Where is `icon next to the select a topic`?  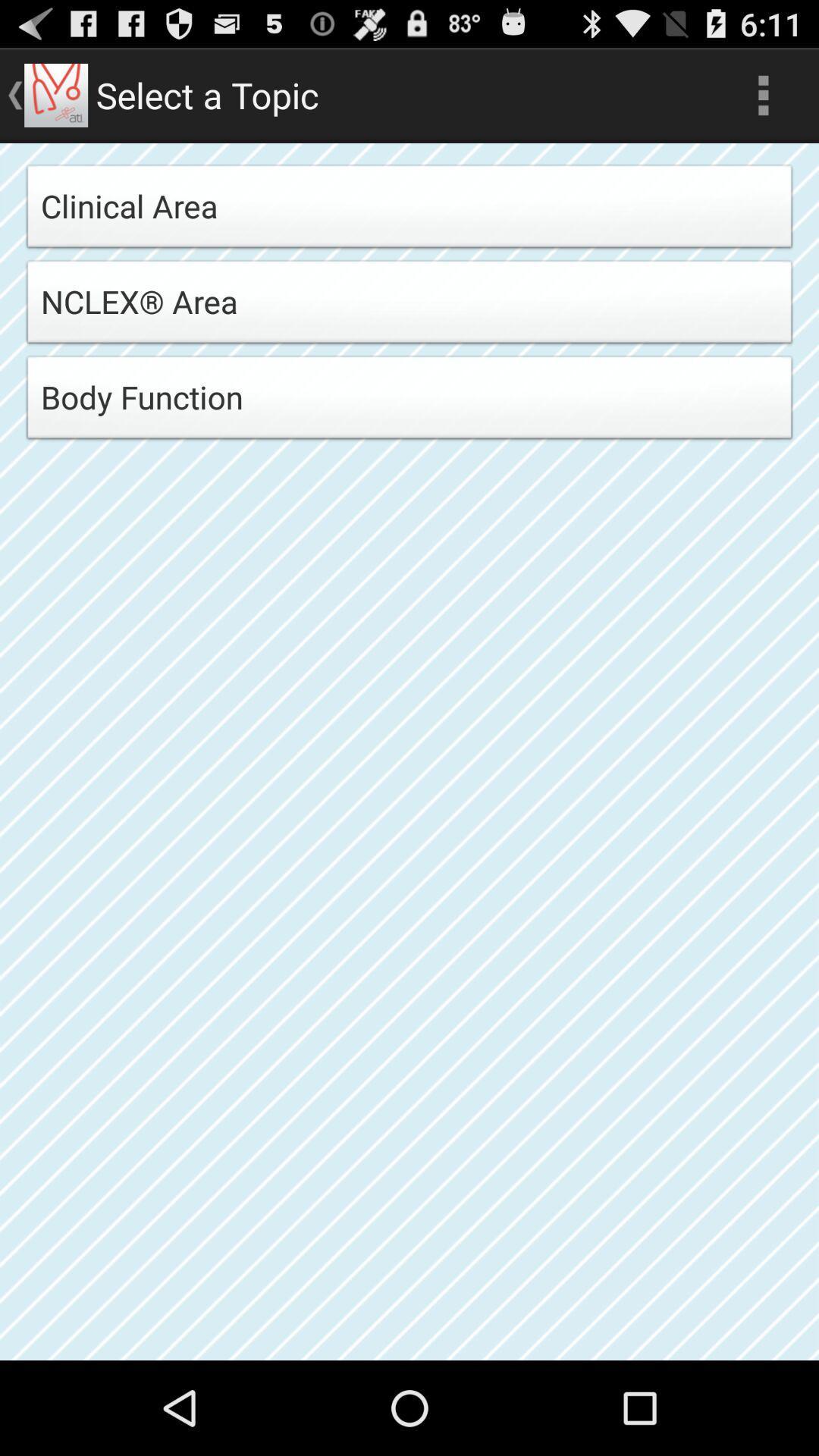 icon next to the select a topic is located at coordinates (763, 94).